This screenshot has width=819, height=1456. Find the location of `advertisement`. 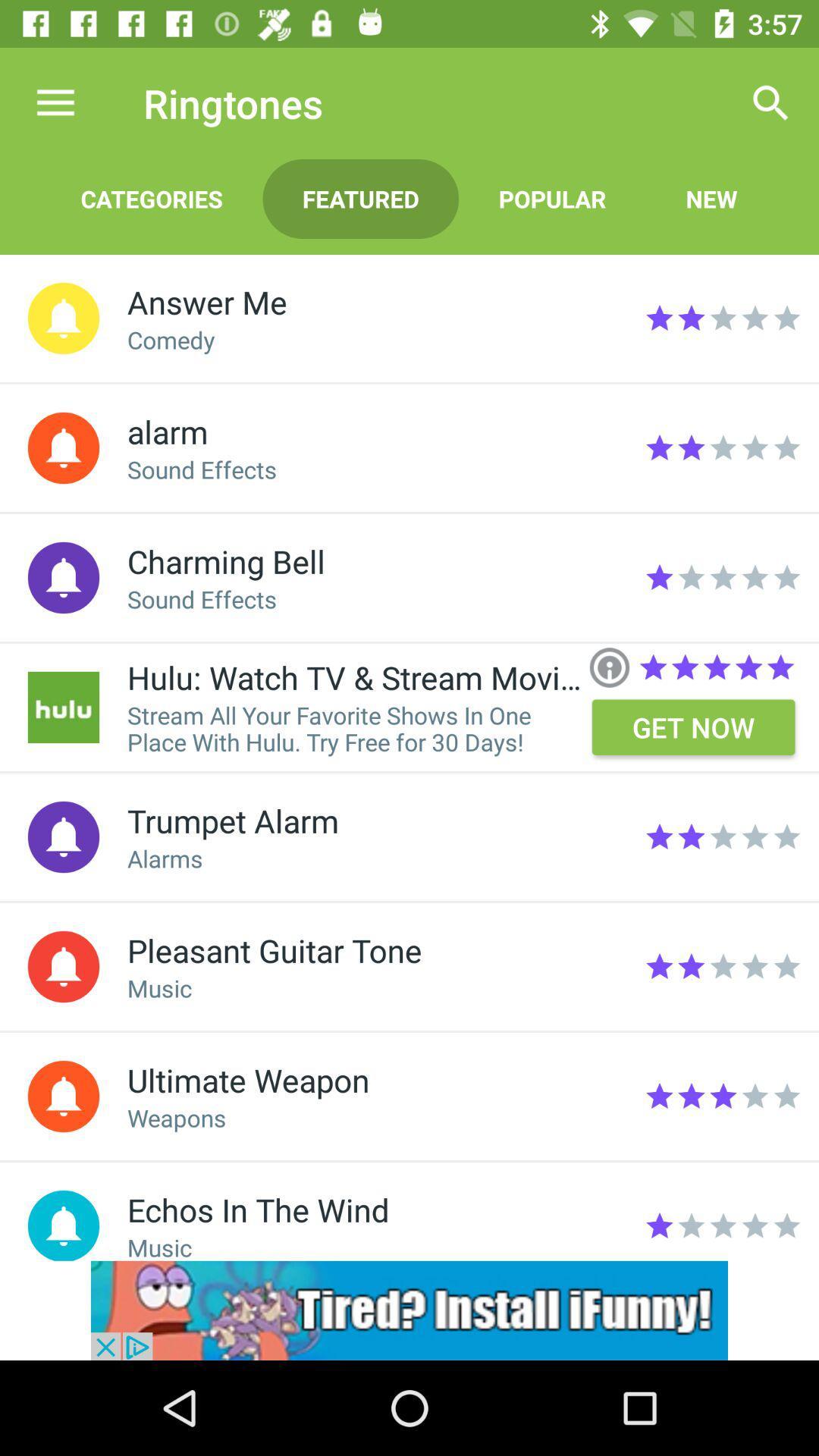

advertisement is located at coordinates (409, 1310).